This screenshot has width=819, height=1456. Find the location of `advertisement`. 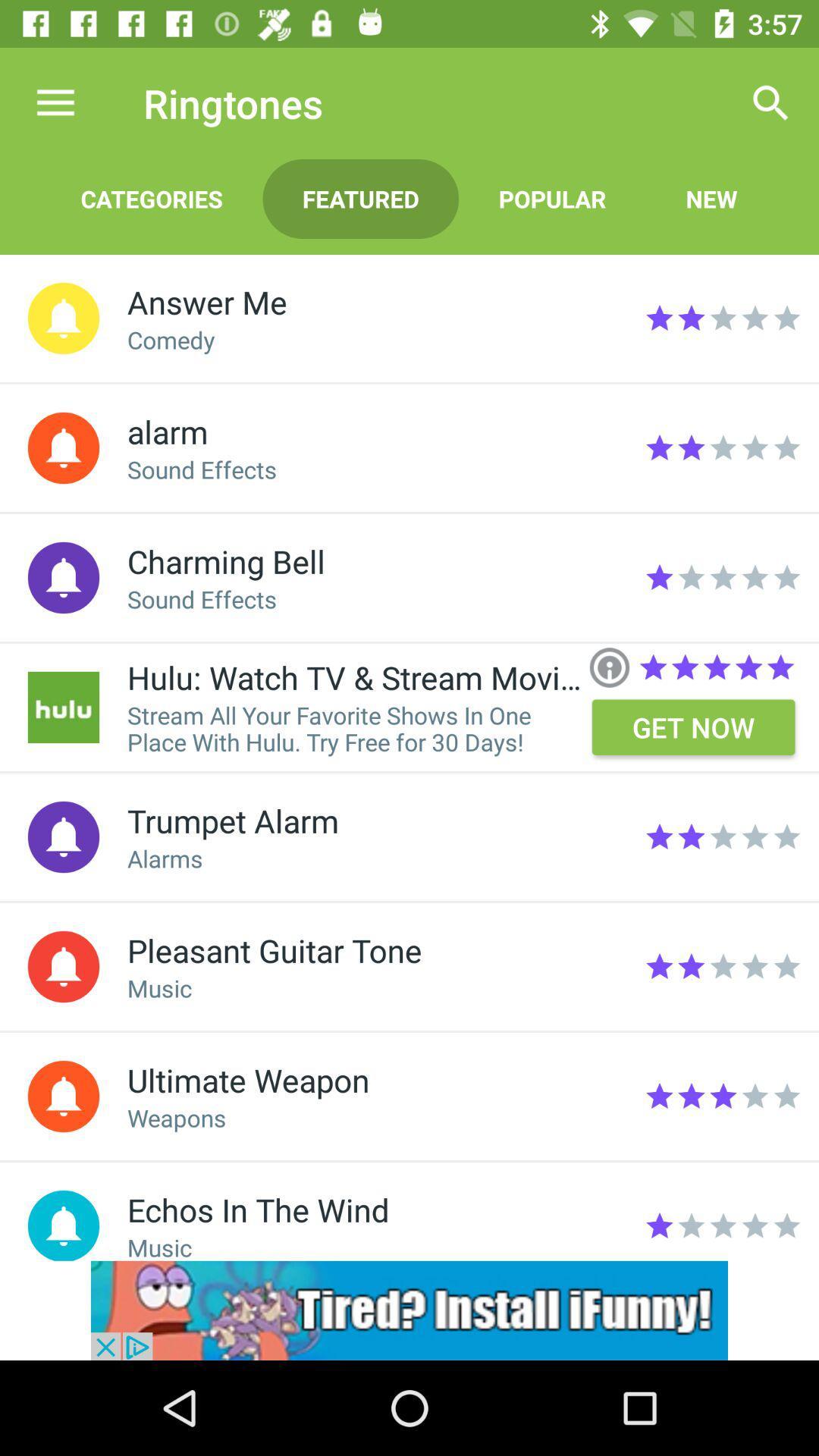

advertisement is located at coordinates (409, 1310).